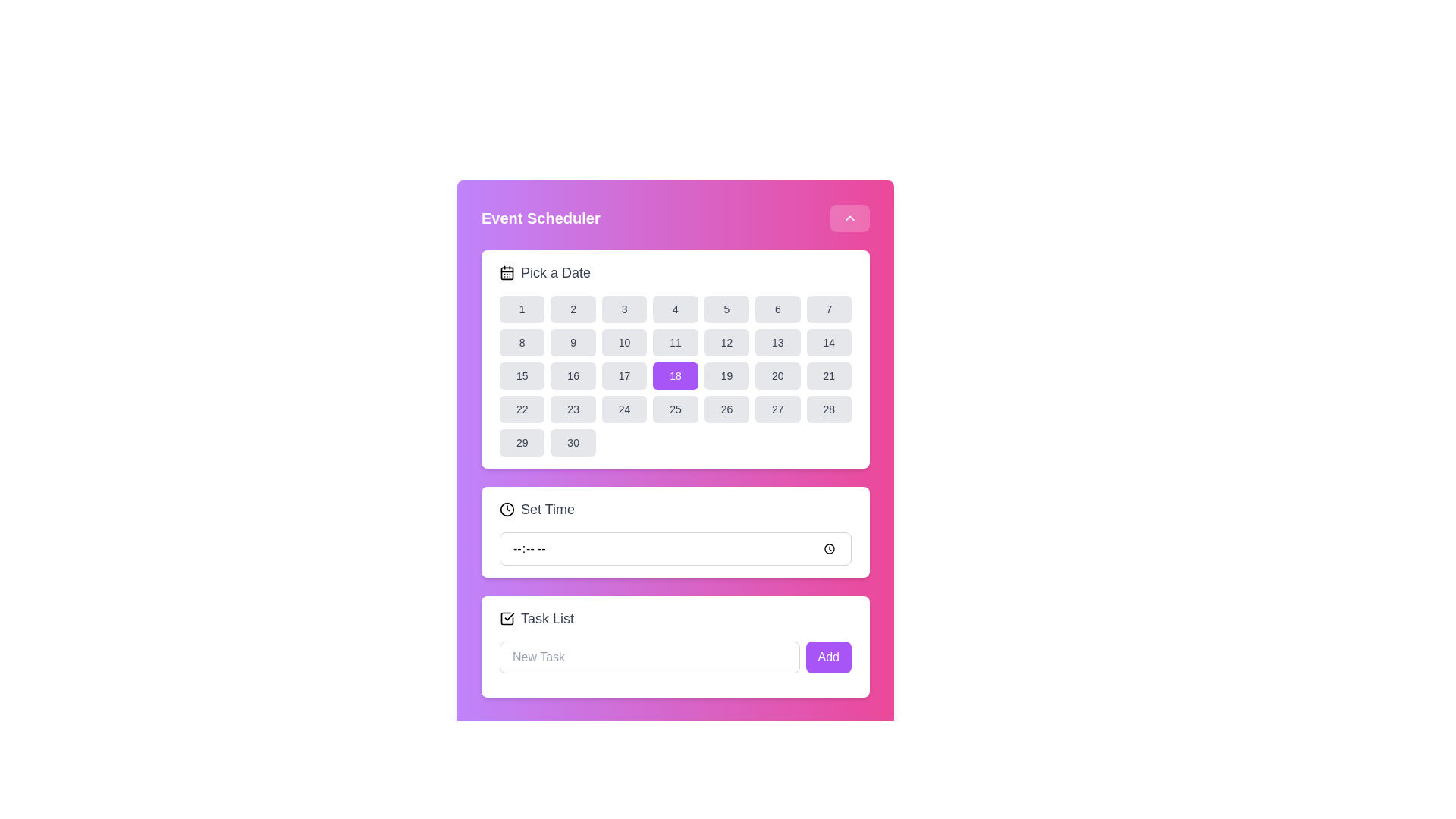  What do you see at coordinates (624, 409) in the screenshot?
I see `the date selector button for the 24th day of the month` at bounding box center [624, 409].